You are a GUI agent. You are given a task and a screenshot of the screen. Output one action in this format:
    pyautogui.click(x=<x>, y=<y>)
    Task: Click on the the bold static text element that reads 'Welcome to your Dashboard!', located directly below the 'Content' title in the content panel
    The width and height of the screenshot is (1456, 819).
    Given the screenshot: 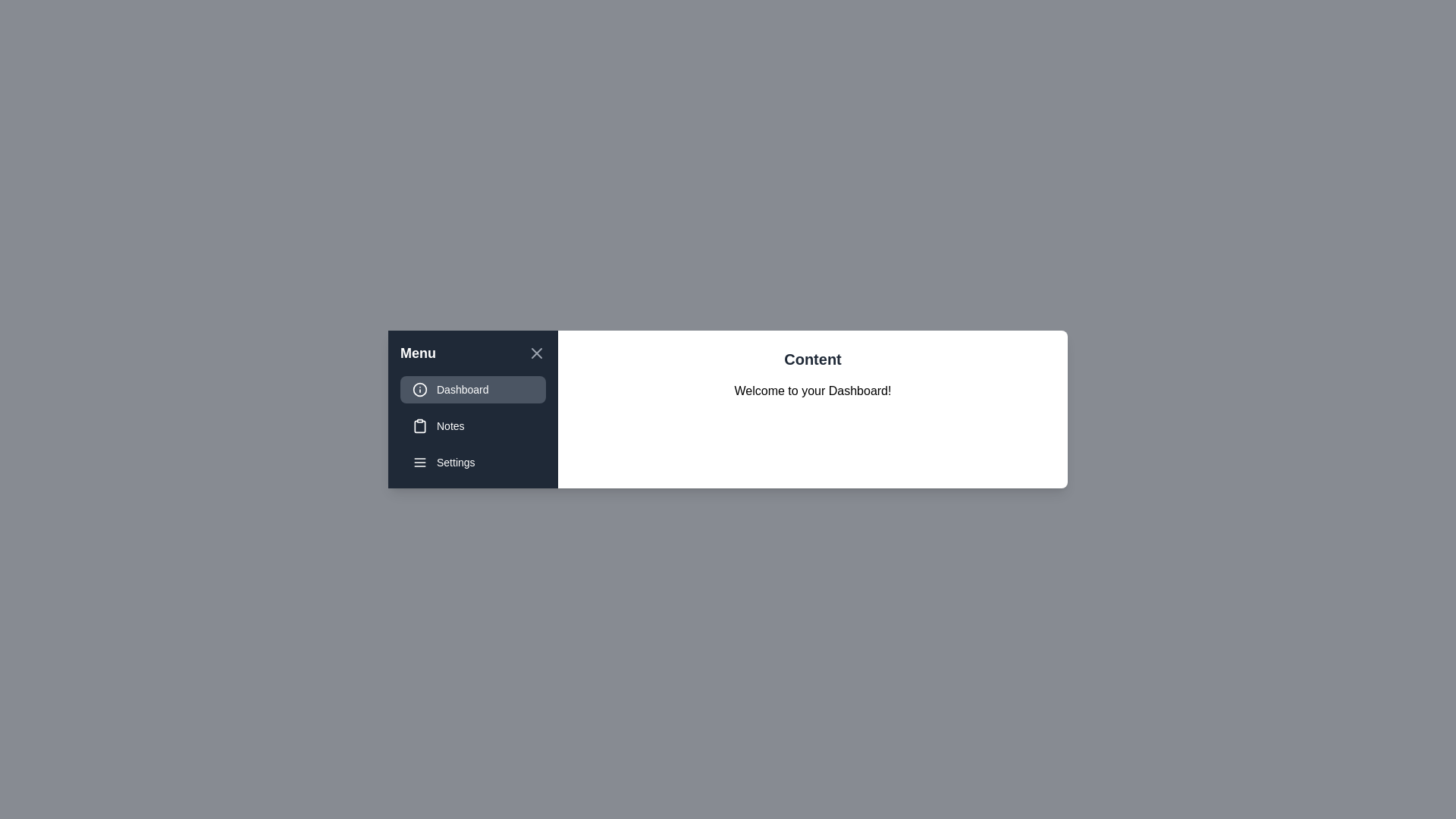 What is the action you would take?
    pyautogui.click(x=811, y=391)
    